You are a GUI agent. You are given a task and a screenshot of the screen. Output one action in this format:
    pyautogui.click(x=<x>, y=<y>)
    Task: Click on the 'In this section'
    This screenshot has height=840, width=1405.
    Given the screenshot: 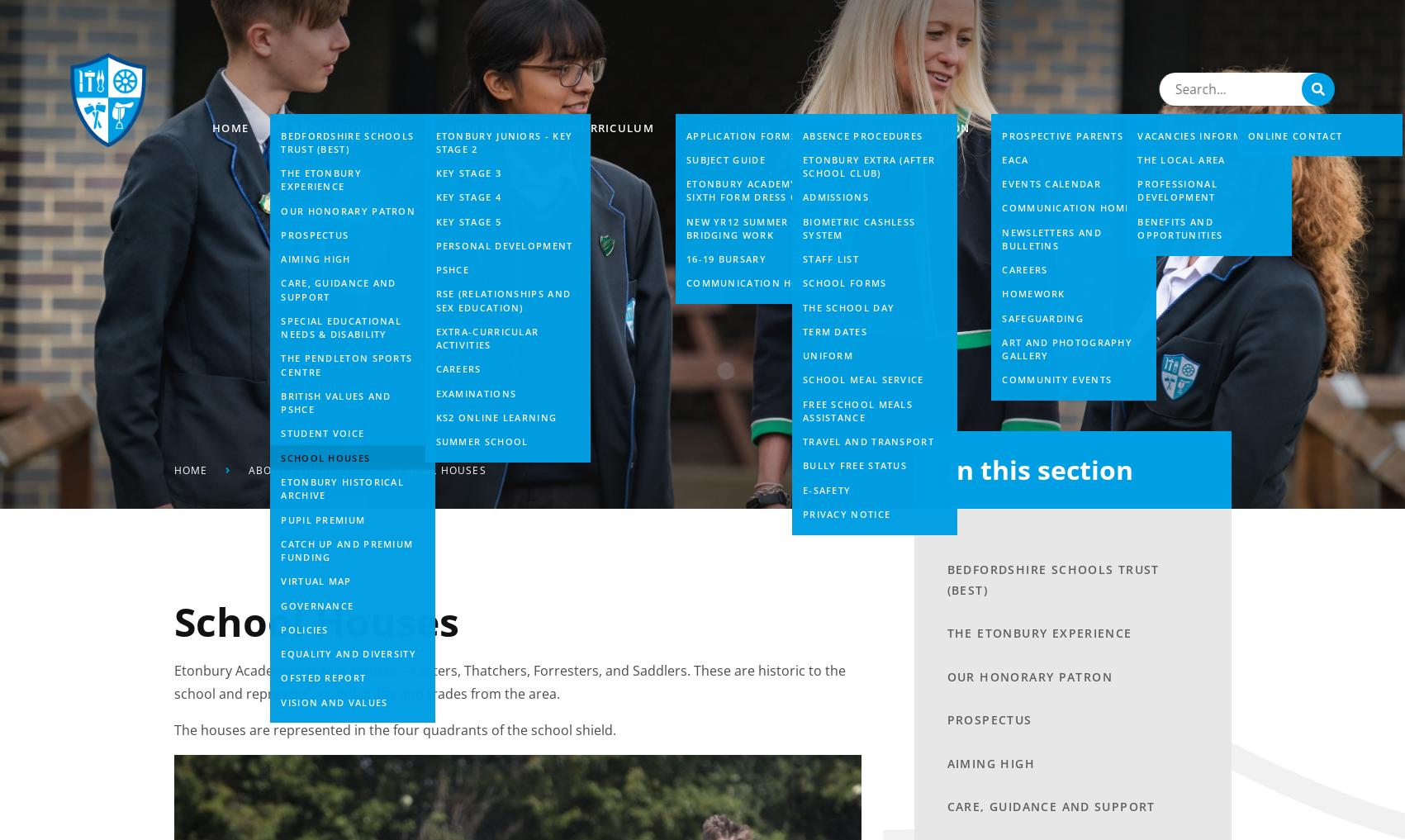 What is the action you would take?
    pyautogui.click(x=1039, y=468)
    